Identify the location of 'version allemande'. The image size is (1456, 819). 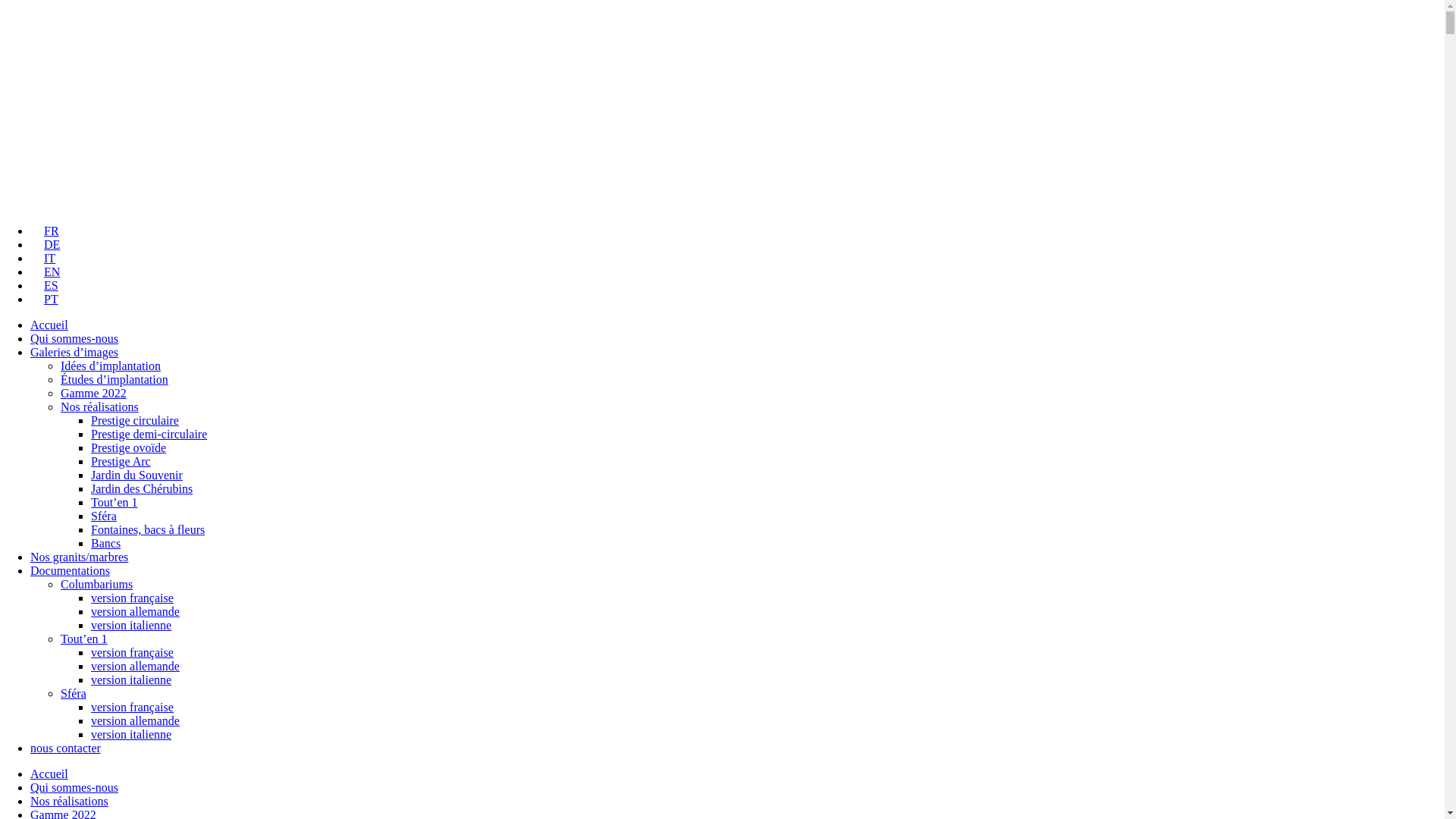
(90, 610).